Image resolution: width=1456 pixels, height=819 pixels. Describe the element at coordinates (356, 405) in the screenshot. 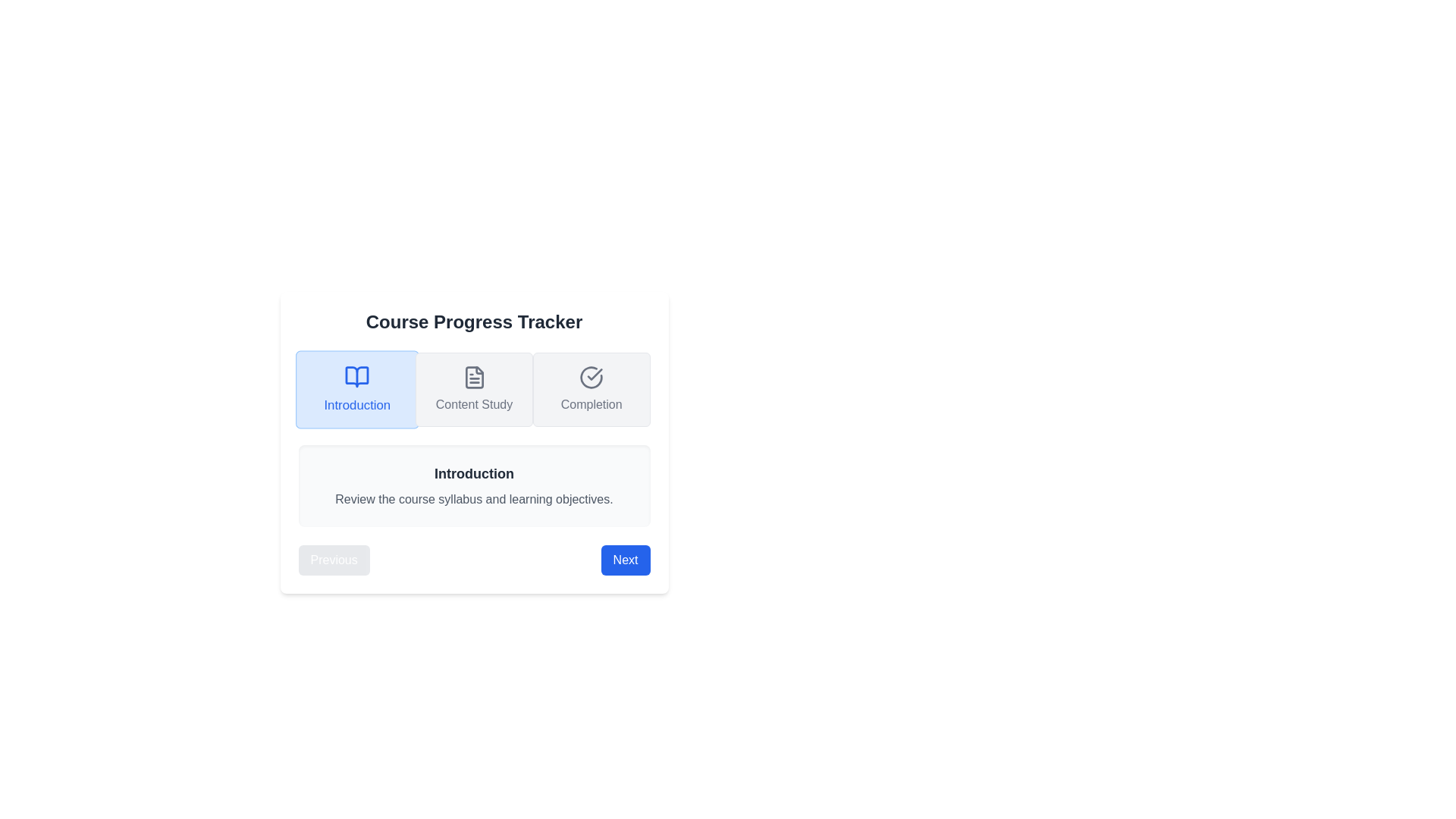

I see `the text label reading 'Introduction' styled in blue, located beneath the open book icon` at that location.